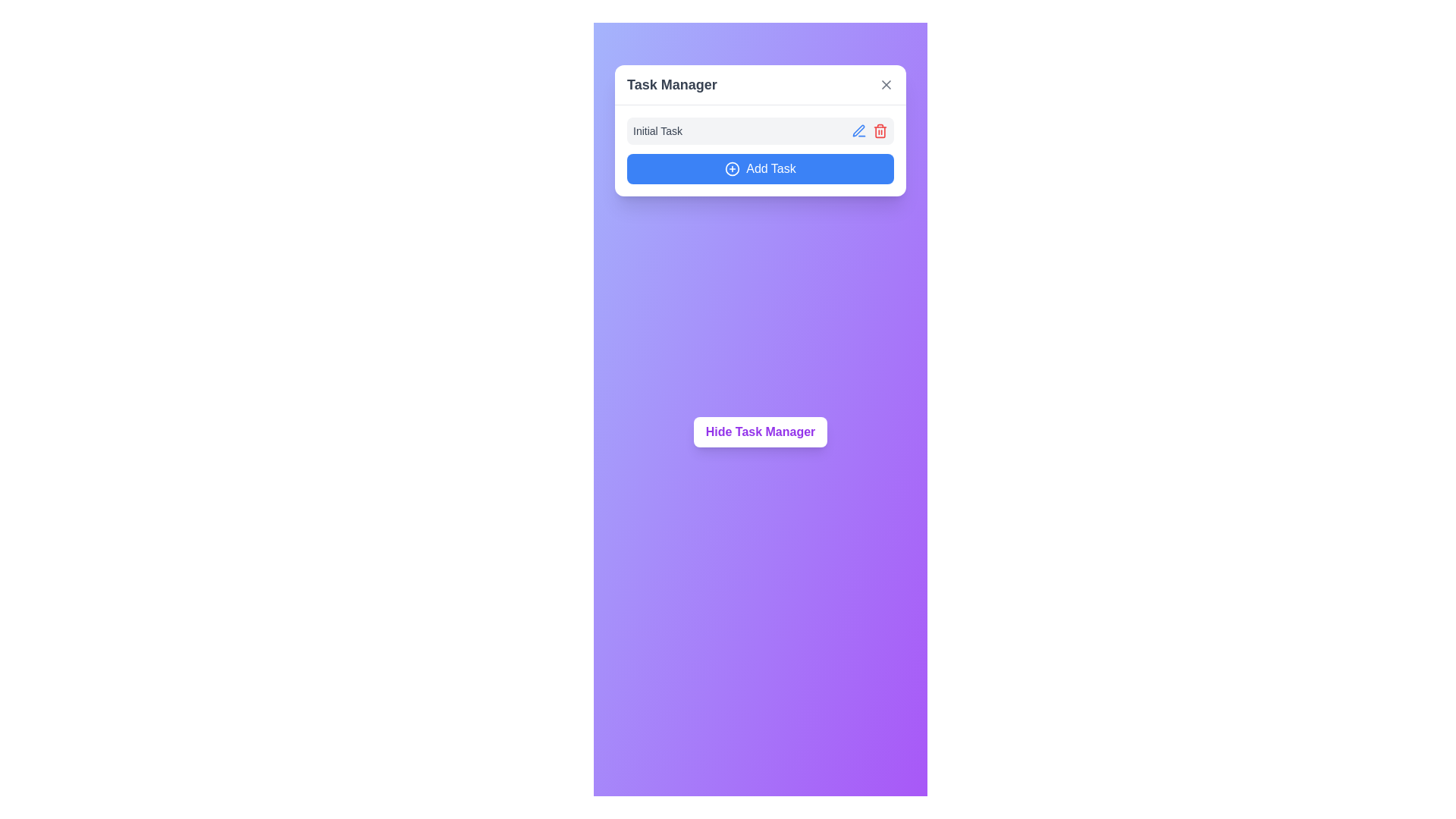 The image size is (1456, 819). I want to click on the button with rounded corners that has a white background and purple text reading 'Hide Task Manager' to change its appearance, so click(761, 432).